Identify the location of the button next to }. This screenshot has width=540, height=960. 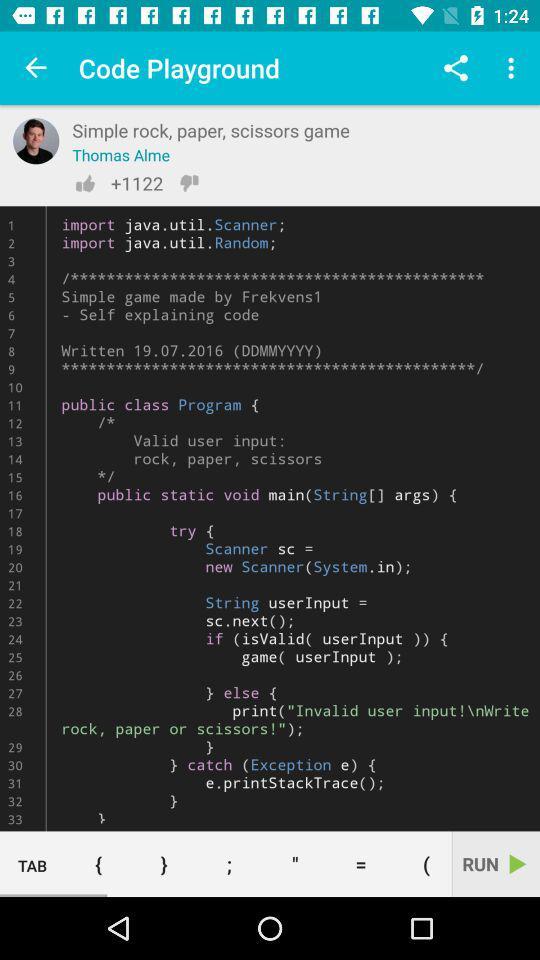
(97, 863).